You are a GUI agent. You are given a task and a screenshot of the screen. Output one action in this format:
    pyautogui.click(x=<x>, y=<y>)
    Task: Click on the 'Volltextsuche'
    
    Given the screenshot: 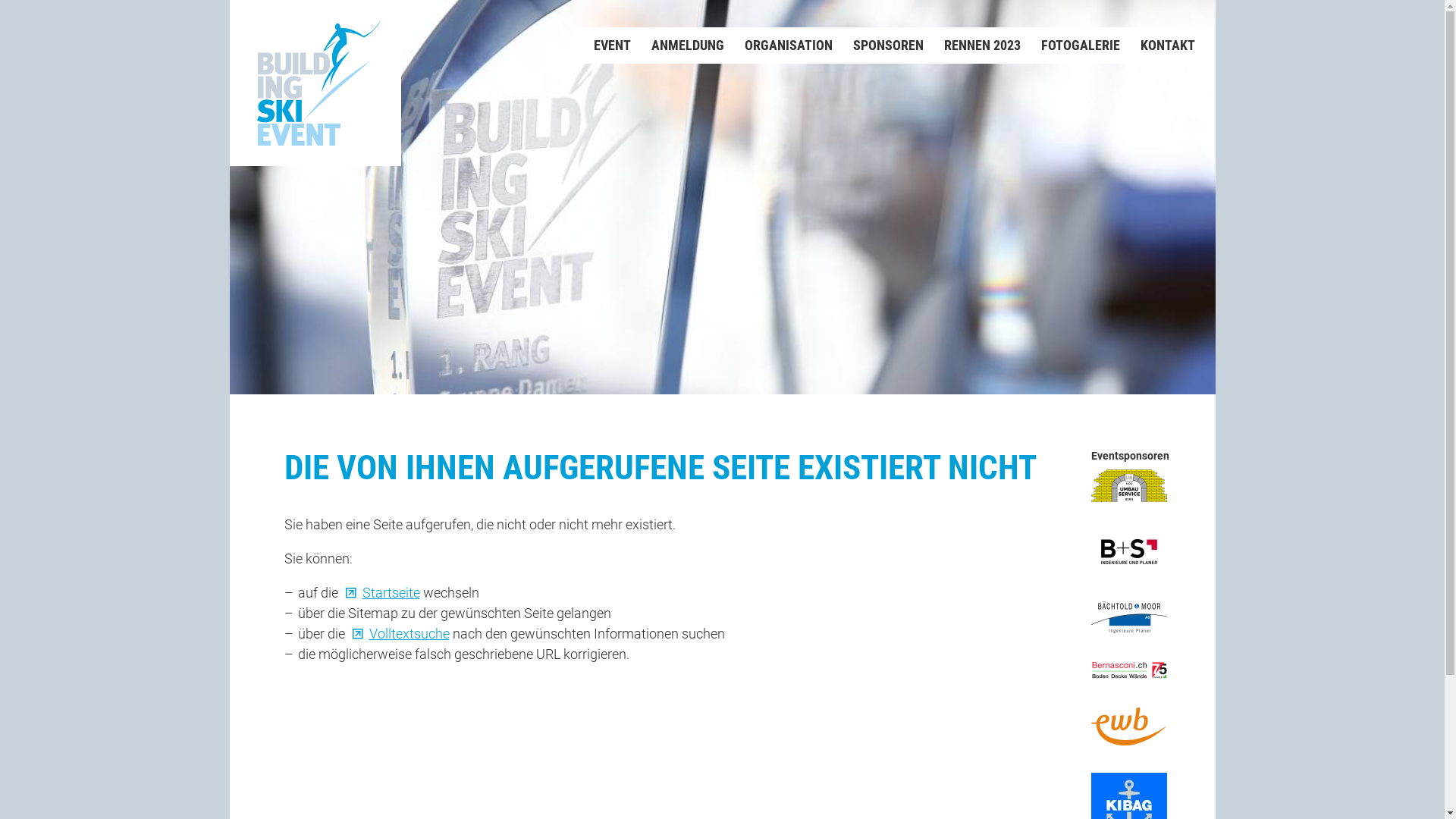 What is the action you would take?
    pyautogui.click(x=397, y=632)
    